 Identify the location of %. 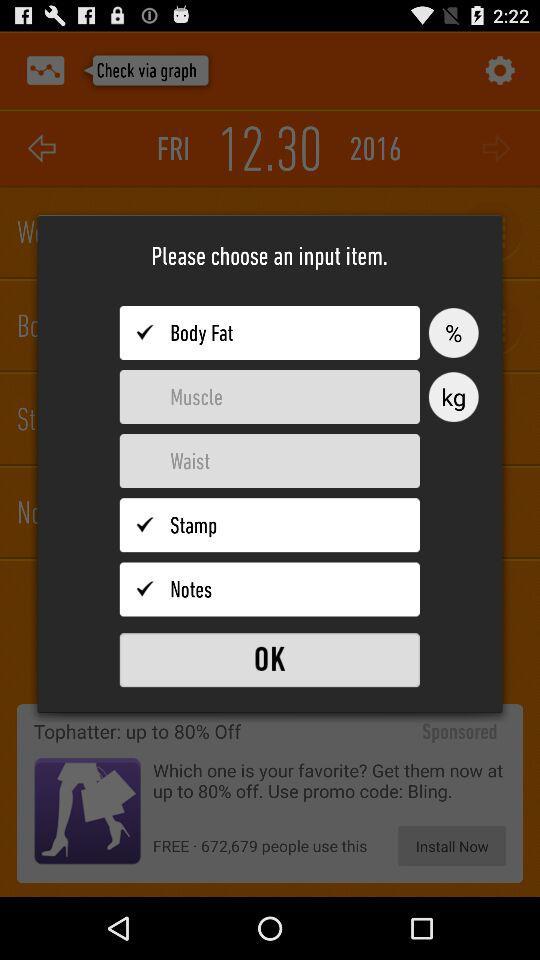
(453, 333).